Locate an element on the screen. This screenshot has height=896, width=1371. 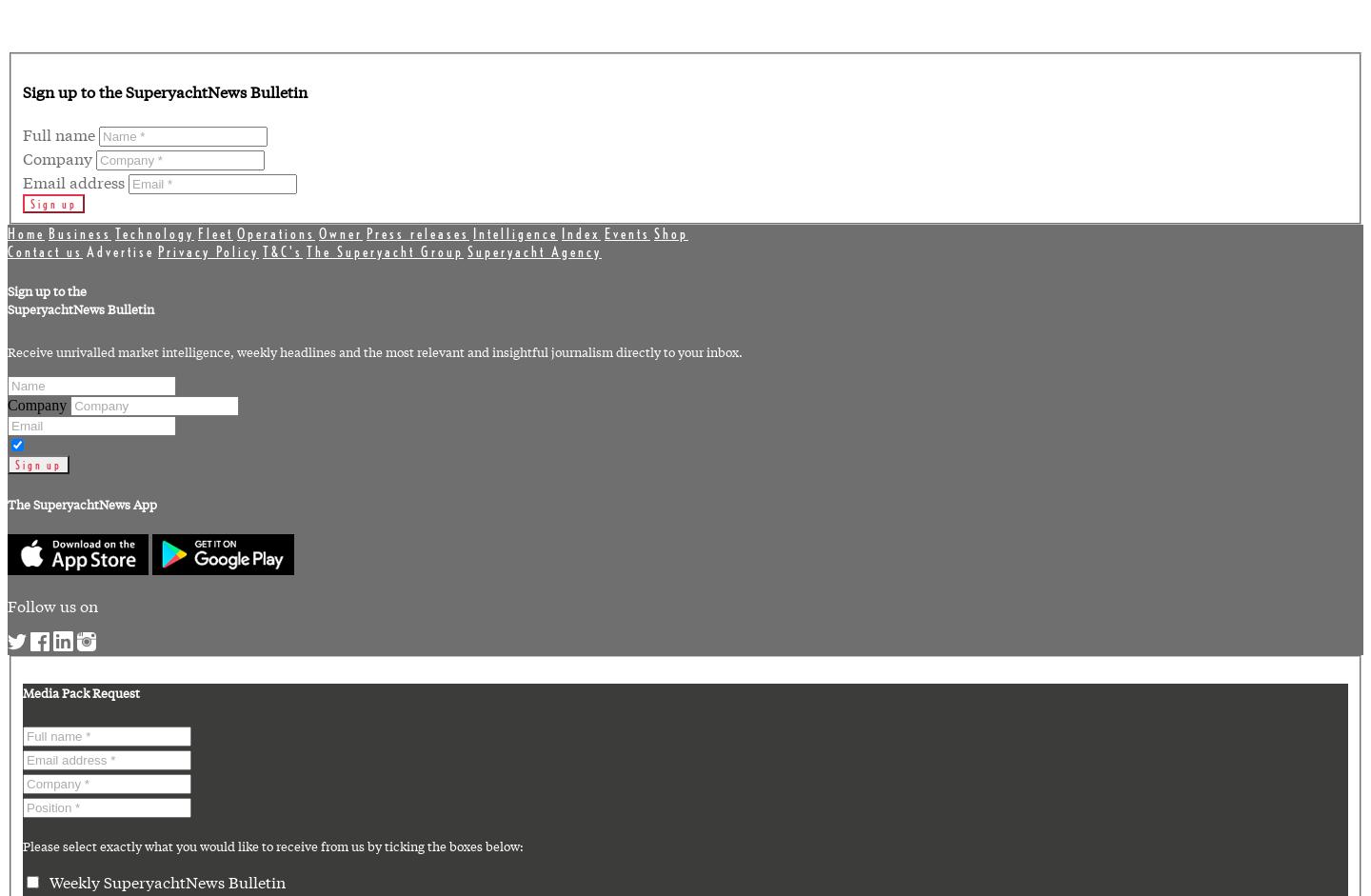
'Shop' is located at coordinates (671, 231).